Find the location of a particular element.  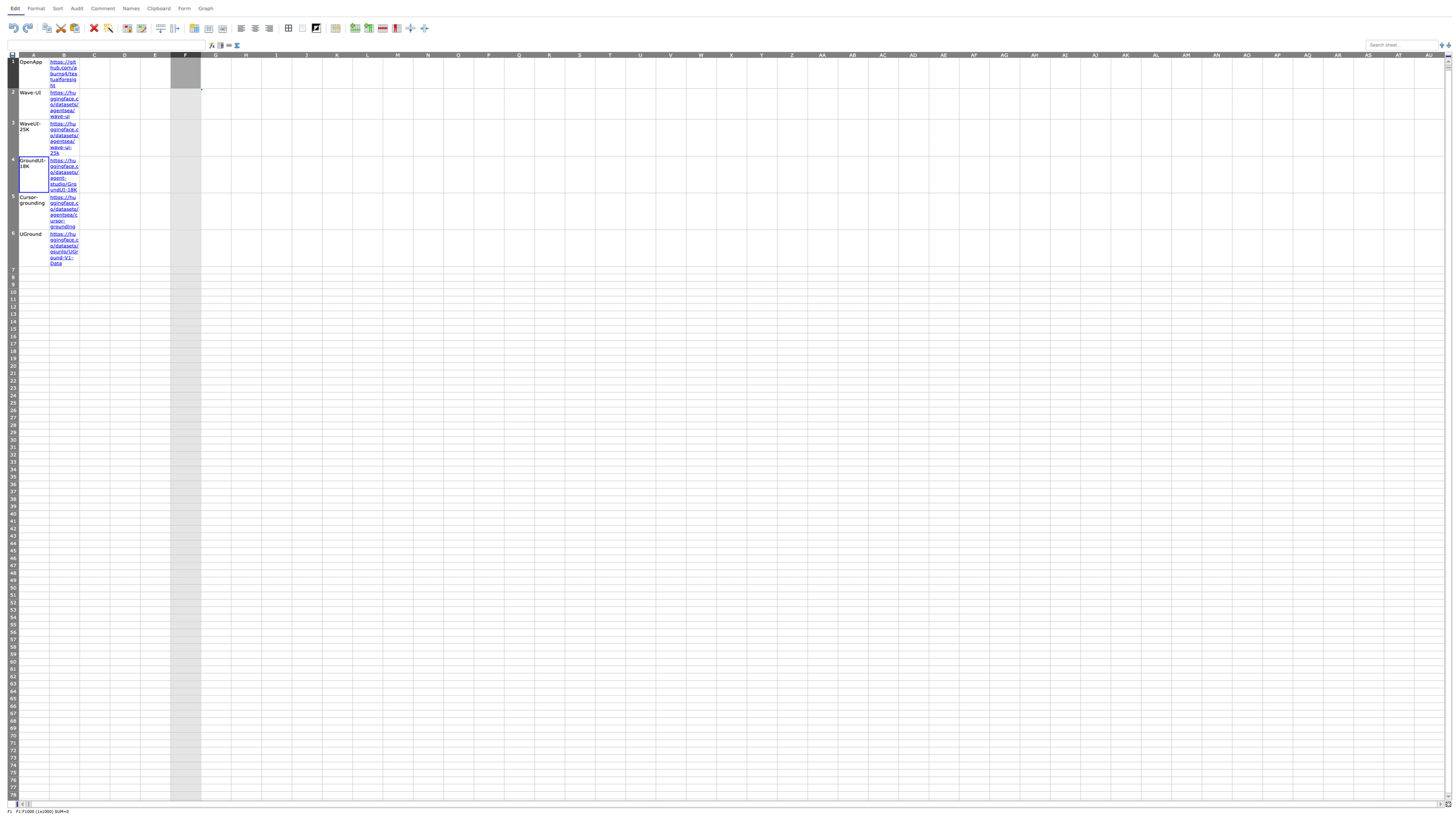

column header G is located at coordinates (215, 54).